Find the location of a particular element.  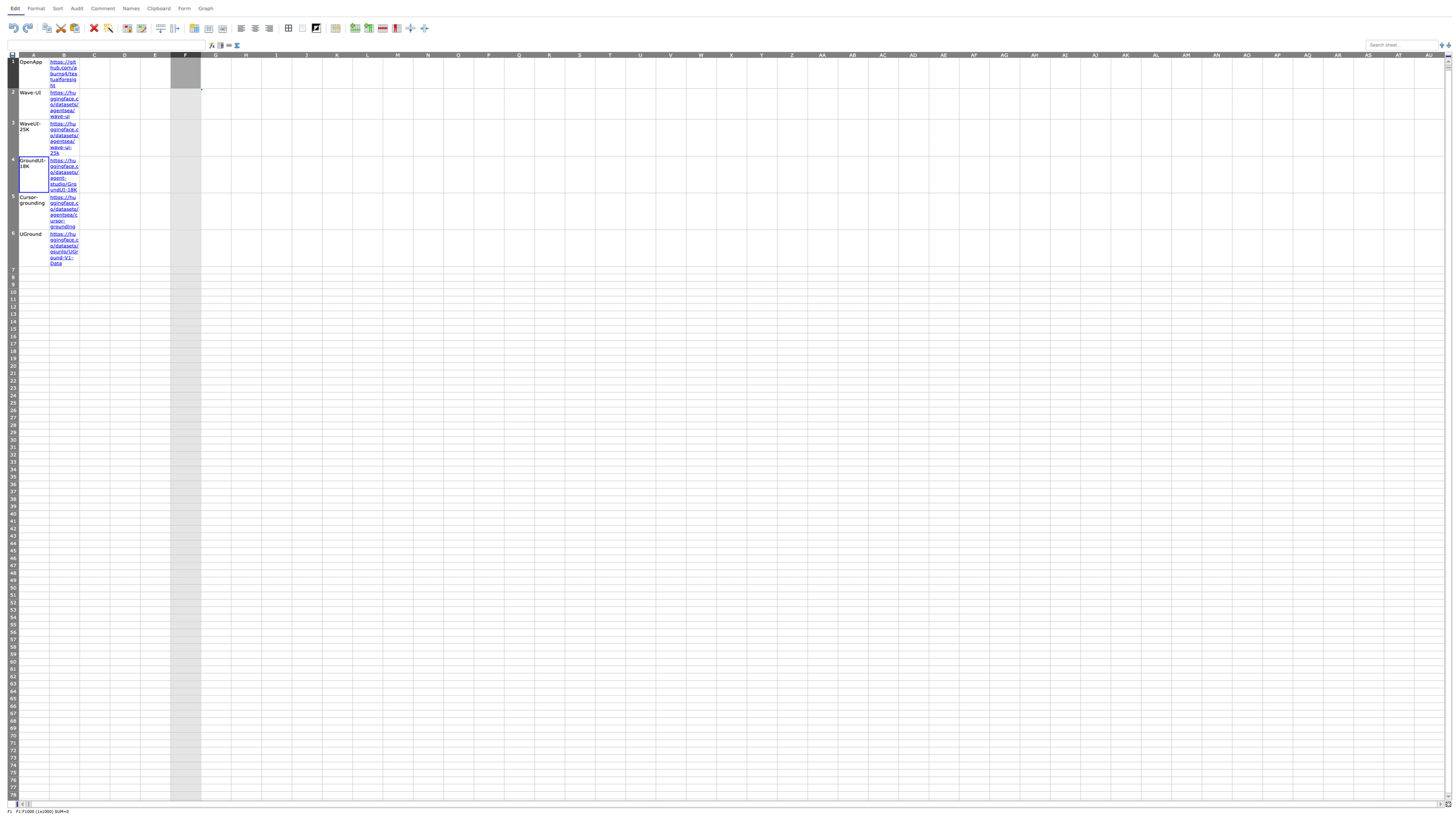

column header G is located at coordinates (215, 54).